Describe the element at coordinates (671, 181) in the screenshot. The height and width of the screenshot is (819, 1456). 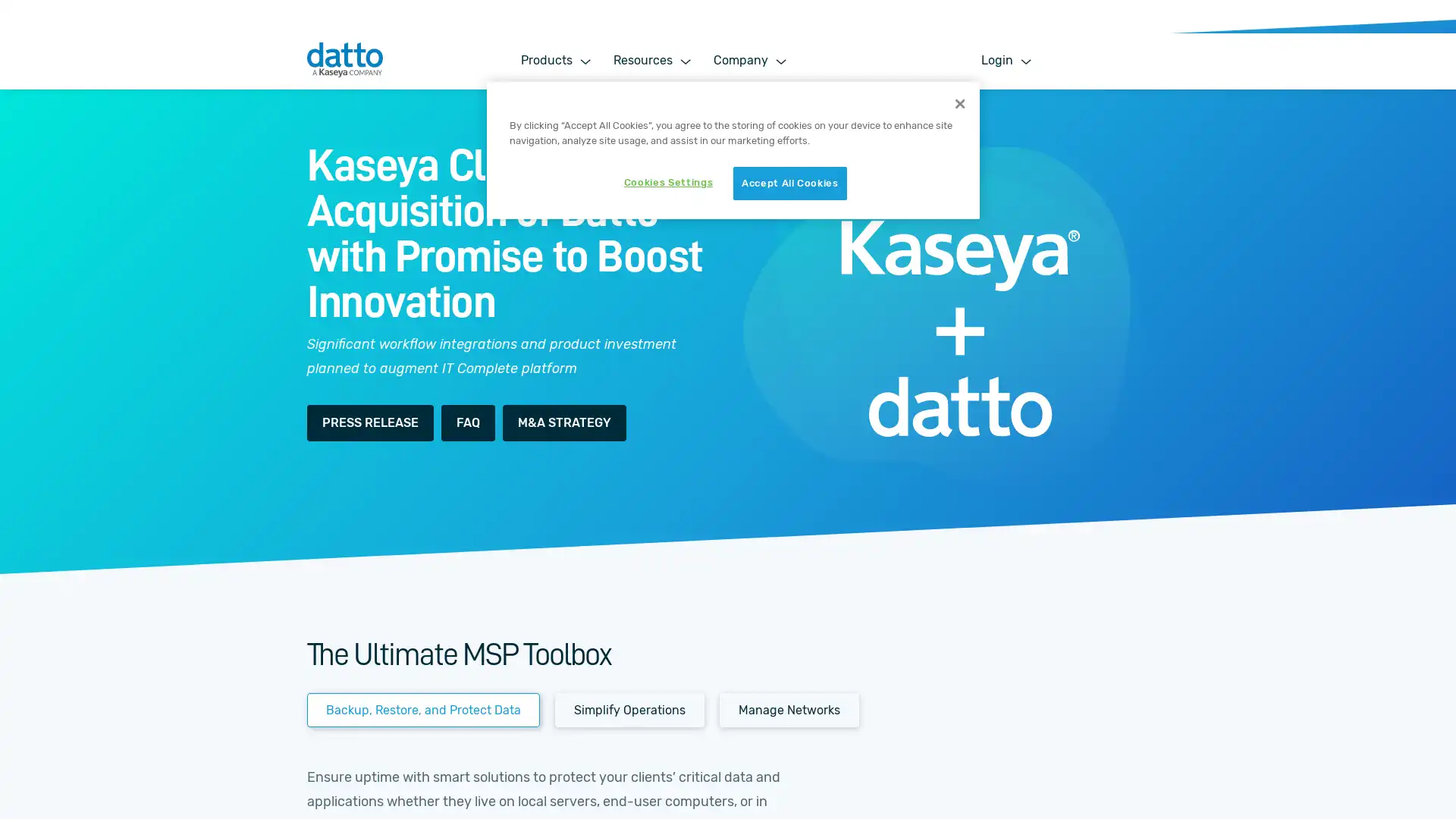
I see `Cookies Settings` at that location.